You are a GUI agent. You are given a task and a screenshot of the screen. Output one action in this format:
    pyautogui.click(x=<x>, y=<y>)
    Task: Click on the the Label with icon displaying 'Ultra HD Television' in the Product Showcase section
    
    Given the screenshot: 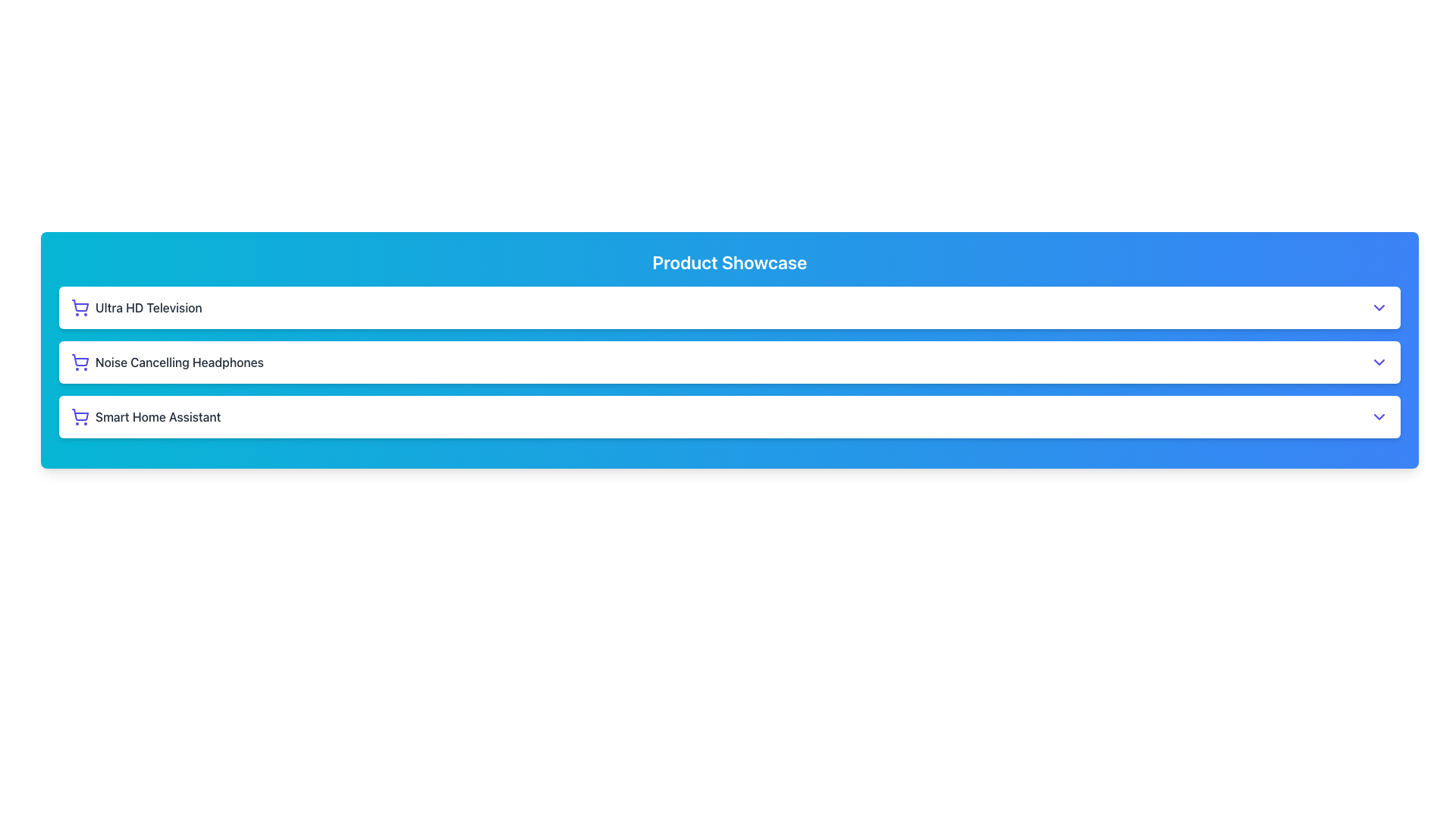 What is the action you would take?
    pyautogui.click(x=136, y=307)
    